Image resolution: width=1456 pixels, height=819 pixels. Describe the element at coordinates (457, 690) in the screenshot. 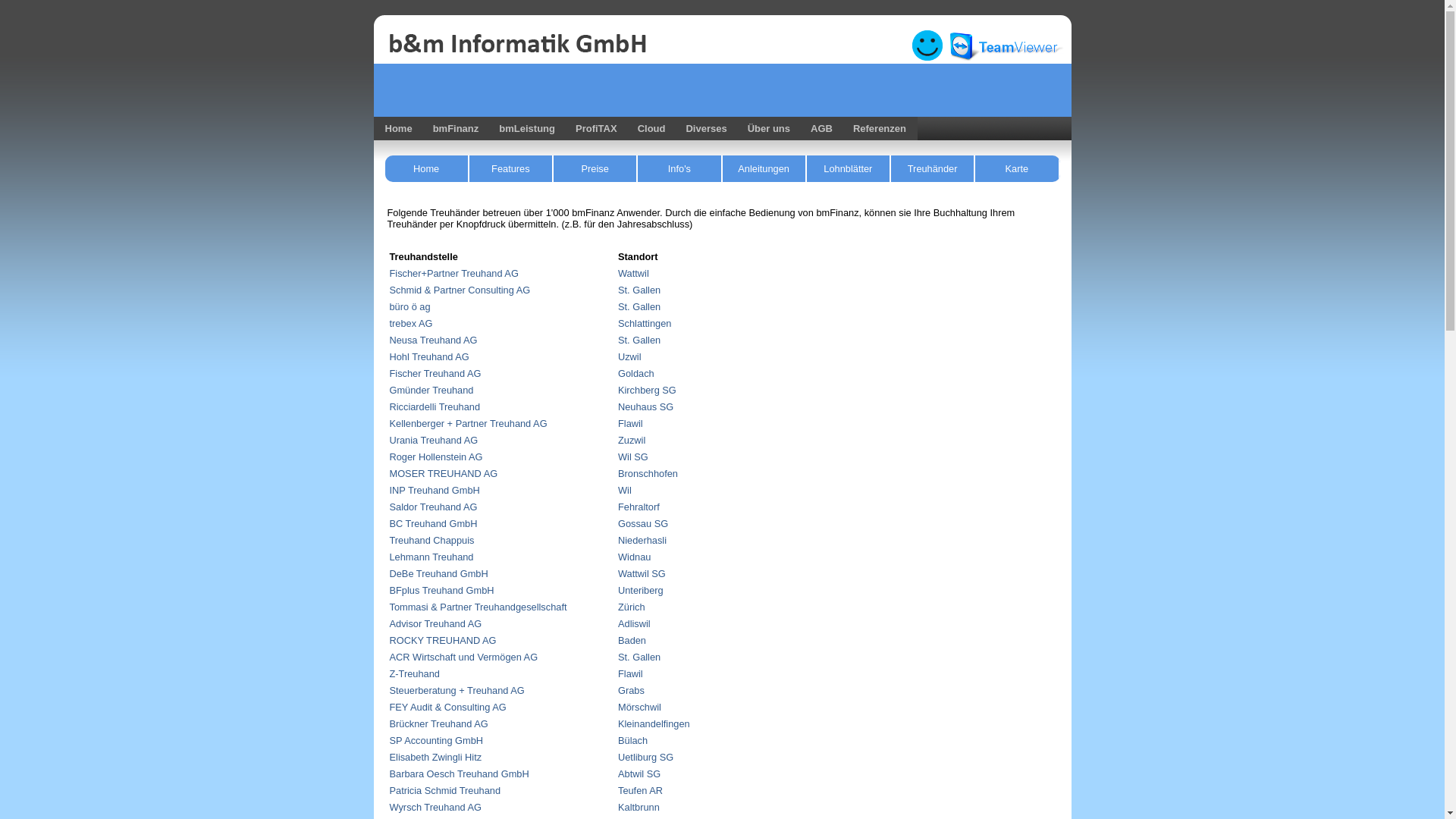

I see `'Steuerberatung + Treuhand AG'` at that location.